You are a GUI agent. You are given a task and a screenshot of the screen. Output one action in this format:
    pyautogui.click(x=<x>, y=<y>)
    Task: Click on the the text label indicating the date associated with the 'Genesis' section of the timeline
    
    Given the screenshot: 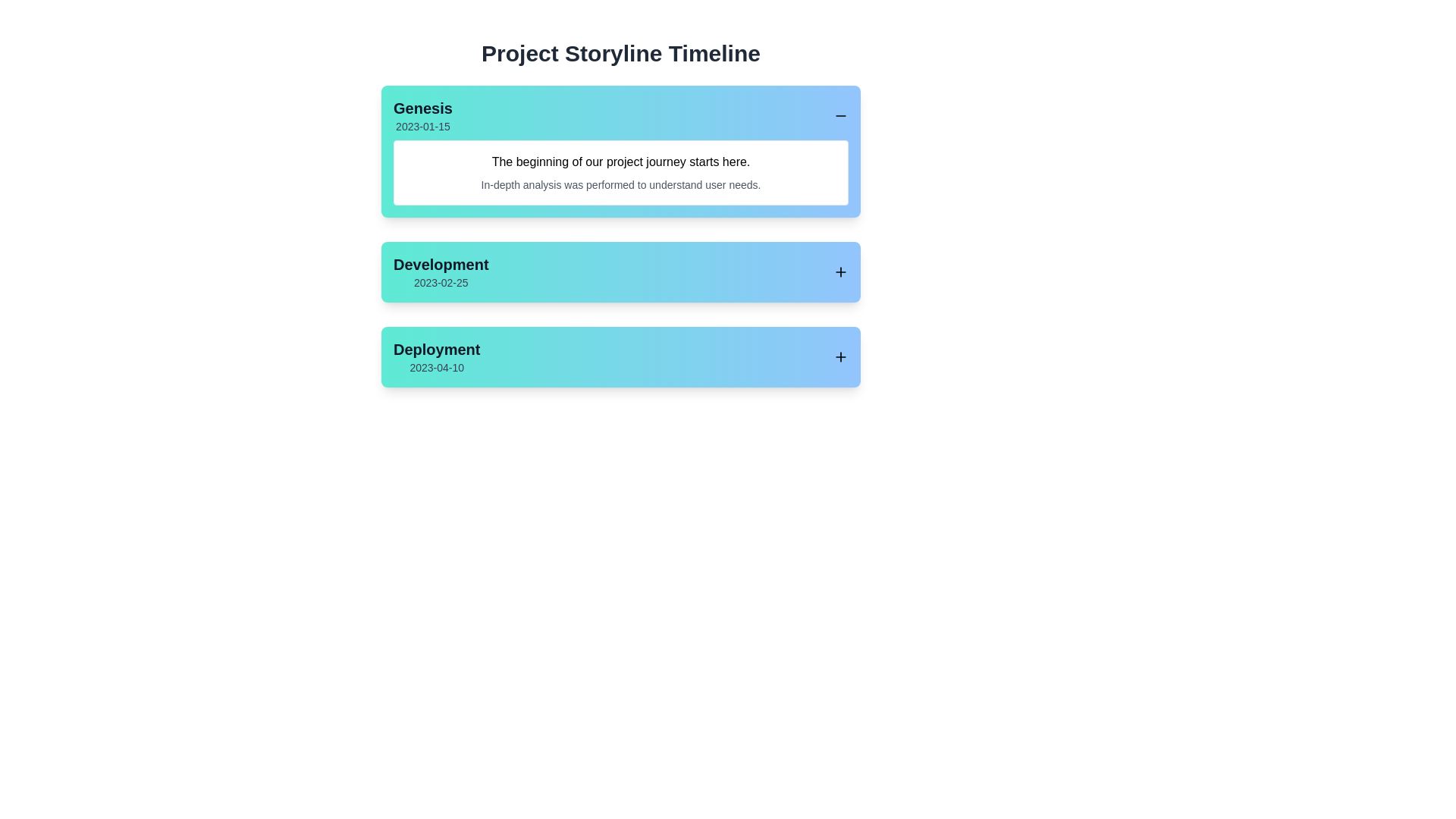 What is the action you would take?
    pyautogui.click(x=422, y=125)
    